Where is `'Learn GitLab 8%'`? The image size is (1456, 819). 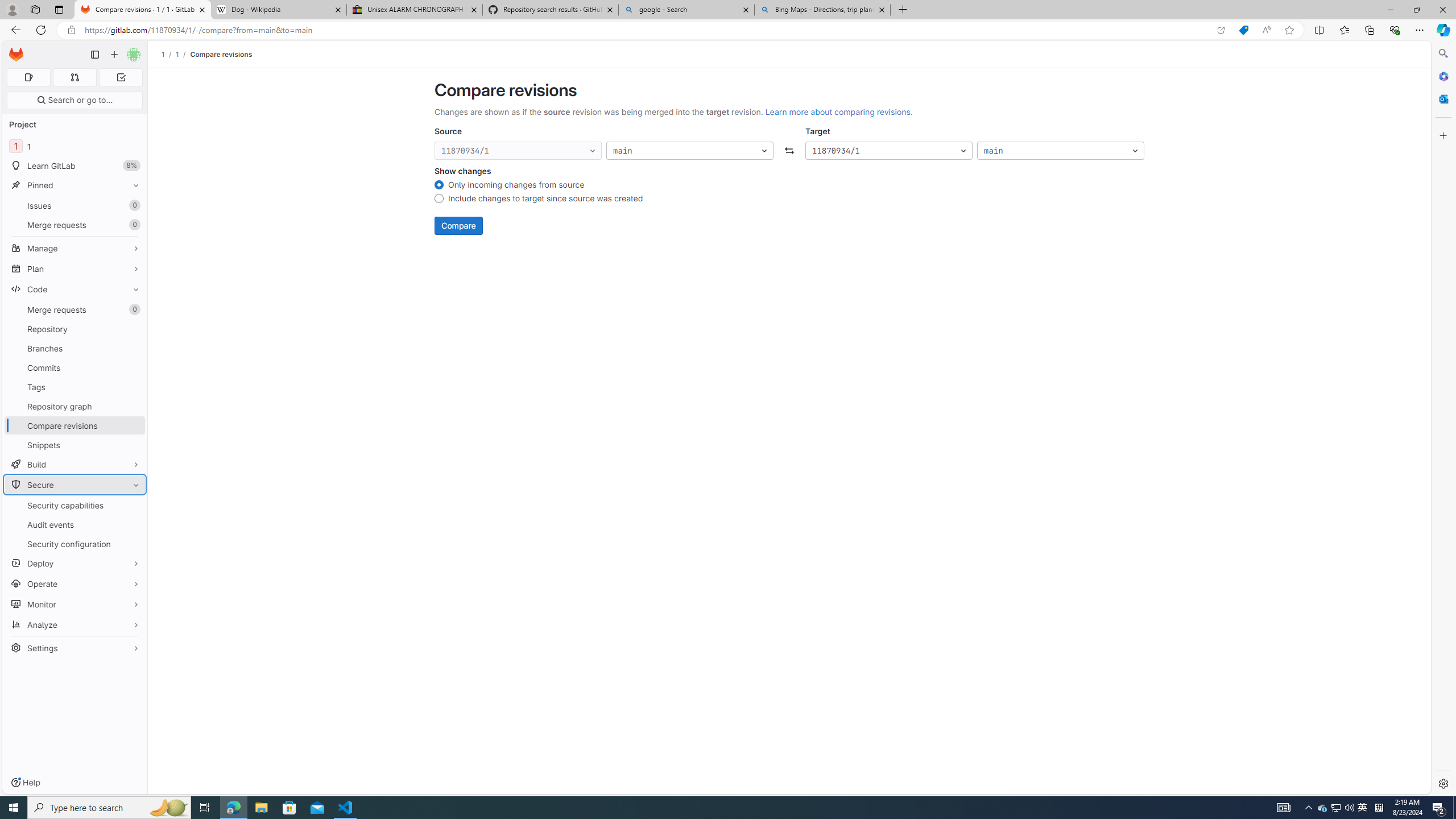 'Learn GitLab 8%' is located at coordinates (74, 166).